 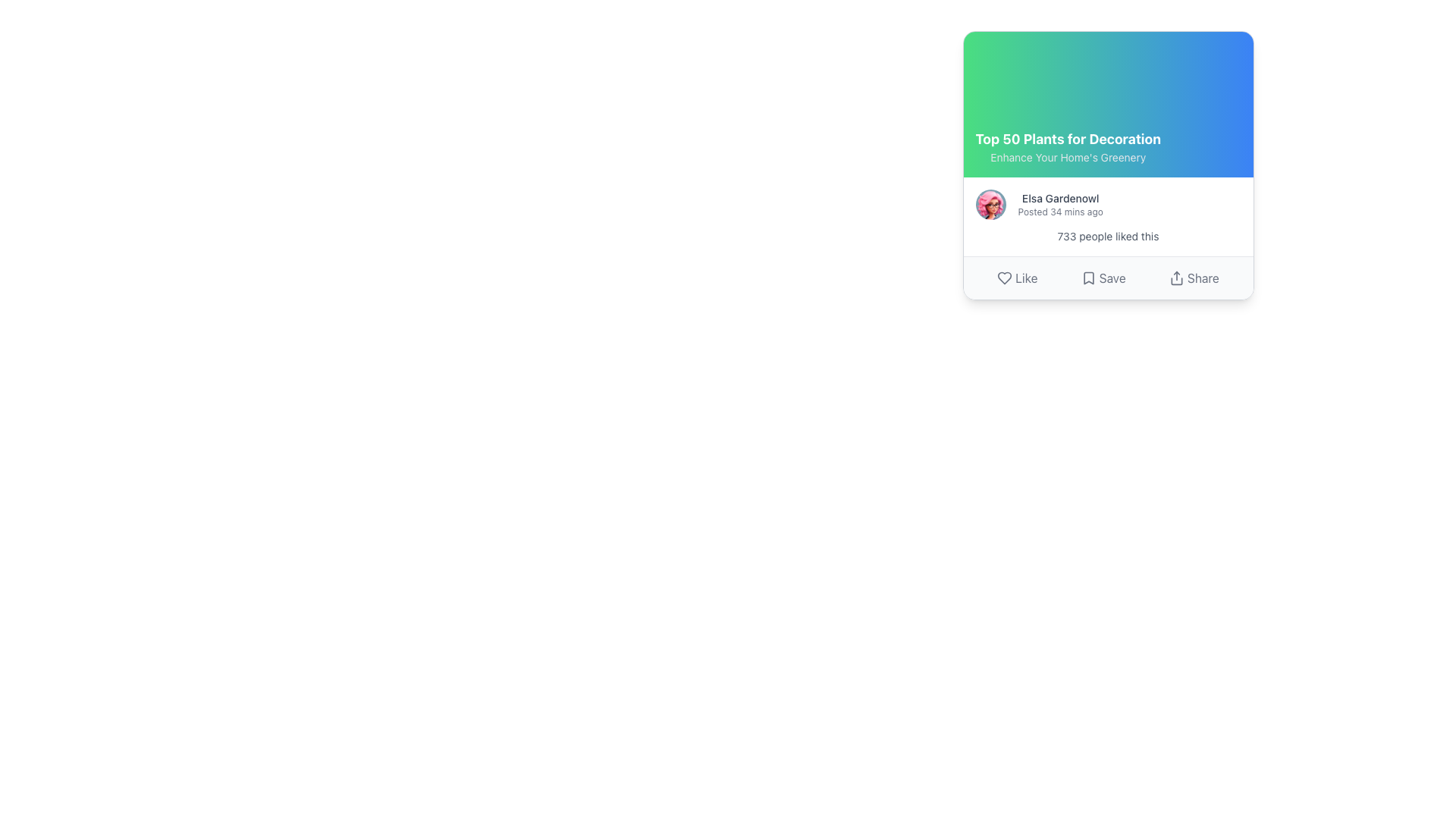 I want to click on the static text label indicating the posting time of an activity or content, located below 'Elsa Gardenowl' and above the engagement information, so click(x=1059, y=212).